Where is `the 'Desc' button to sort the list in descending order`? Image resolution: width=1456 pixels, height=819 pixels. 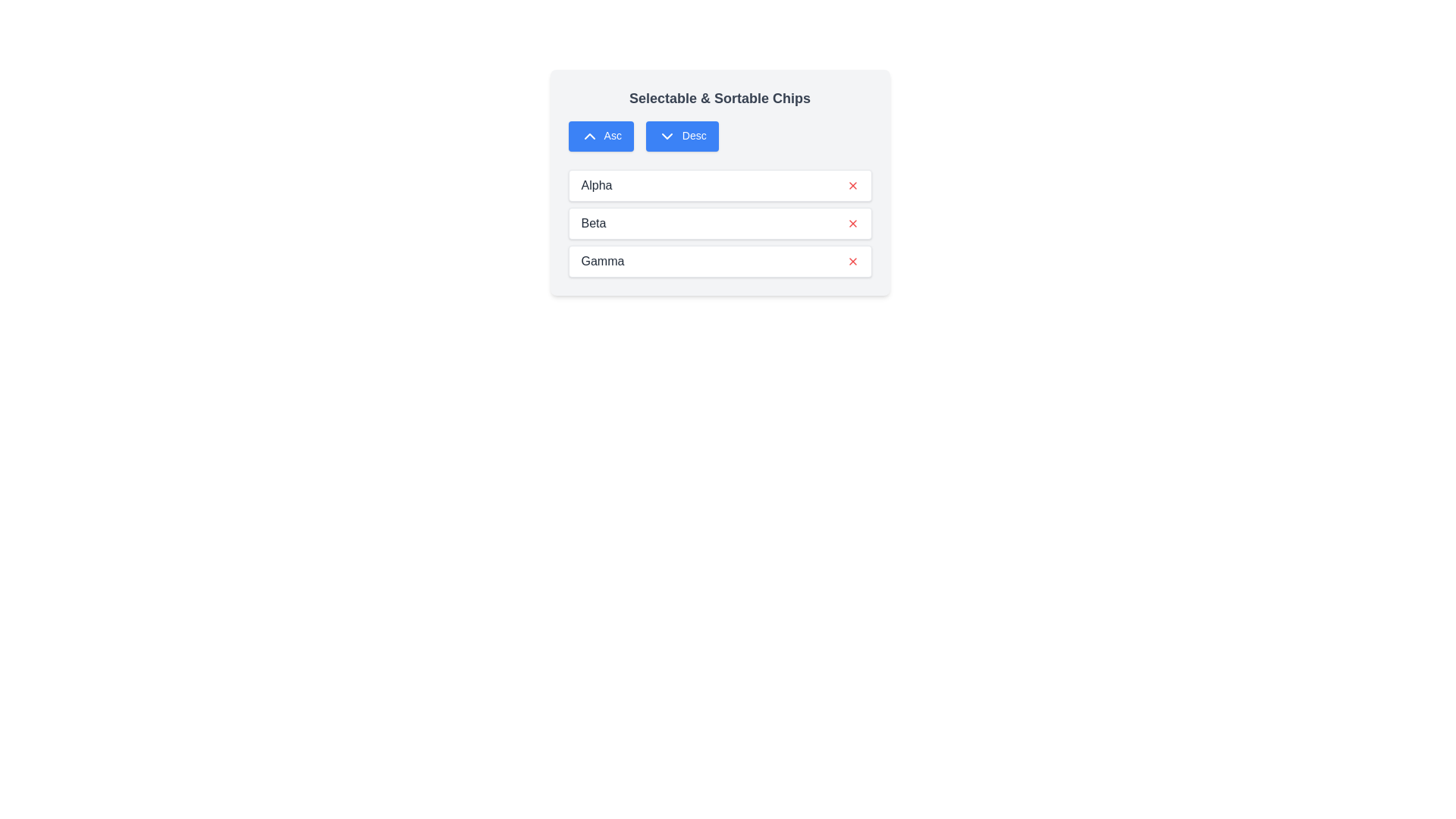 the 'Desc' button to sort the list in descending order is located at coordinates (681, 136).